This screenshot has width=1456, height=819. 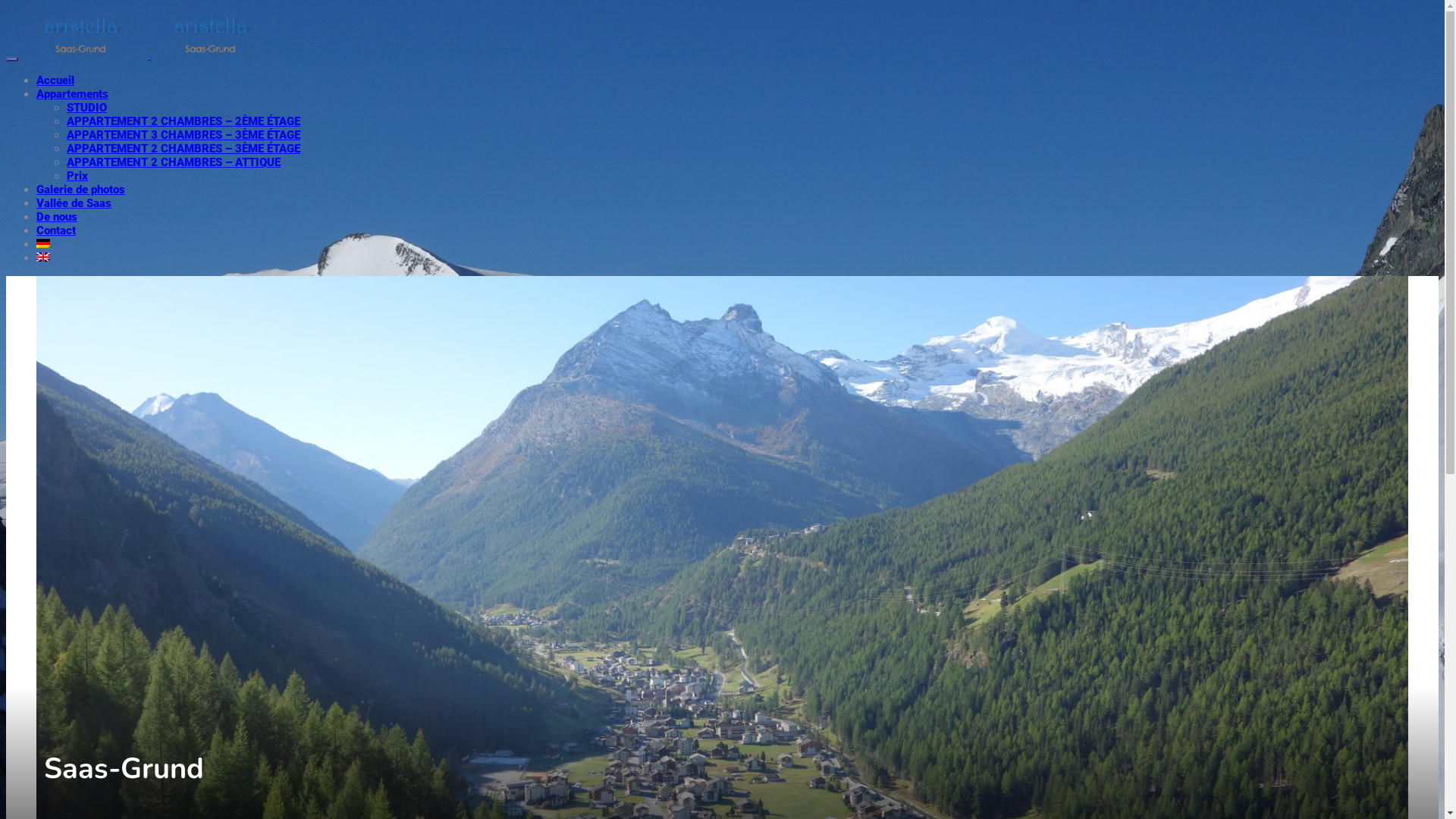 I want to click on 'STUDIO', so click(x=86, y=107).